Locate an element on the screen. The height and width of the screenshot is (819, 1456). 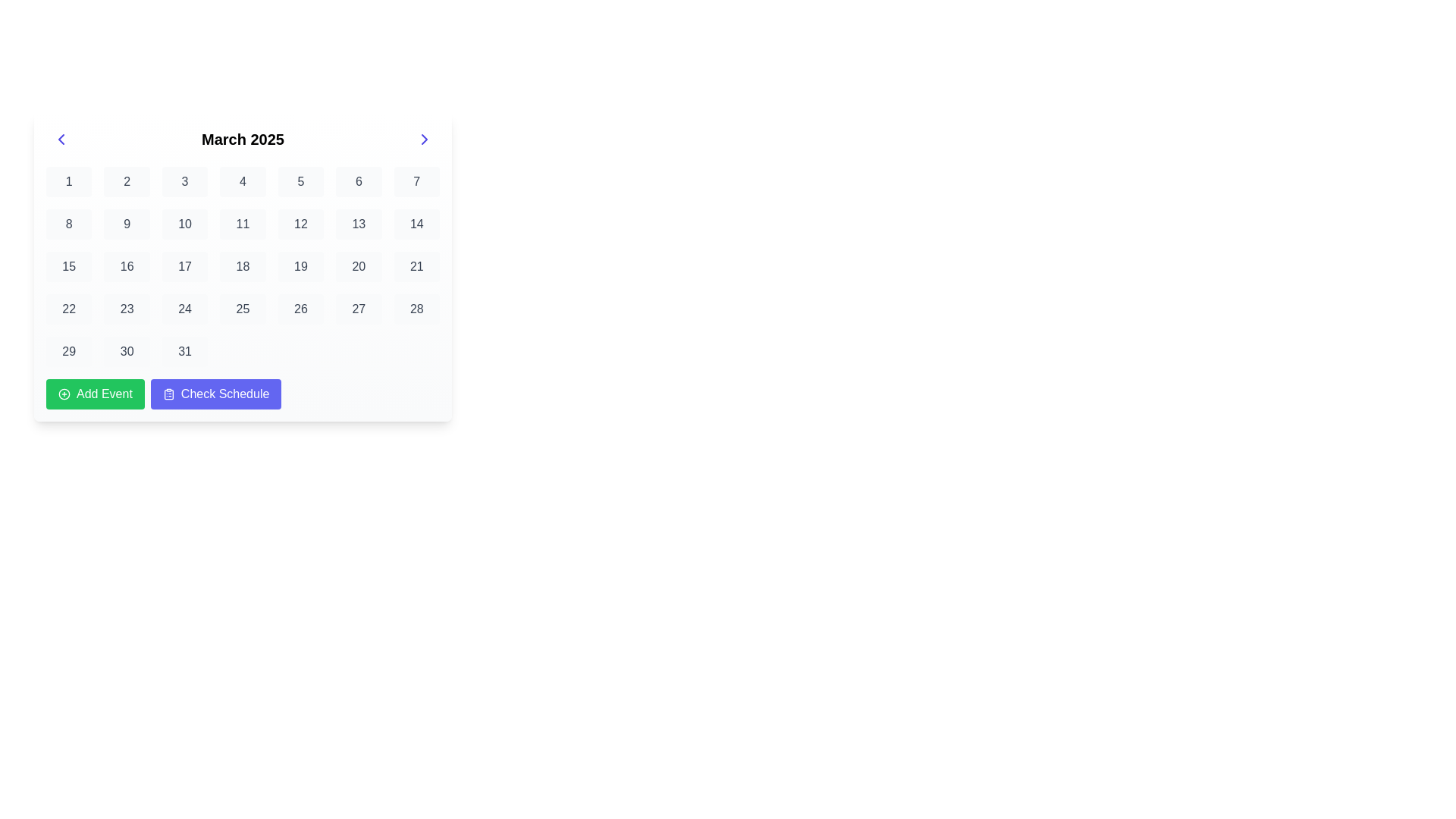
the static text element displaying the numeral '28' in the calendar for March 2025, located in the seventh column and fourth row, which darkens on hover is located at coordinates (416, 309).